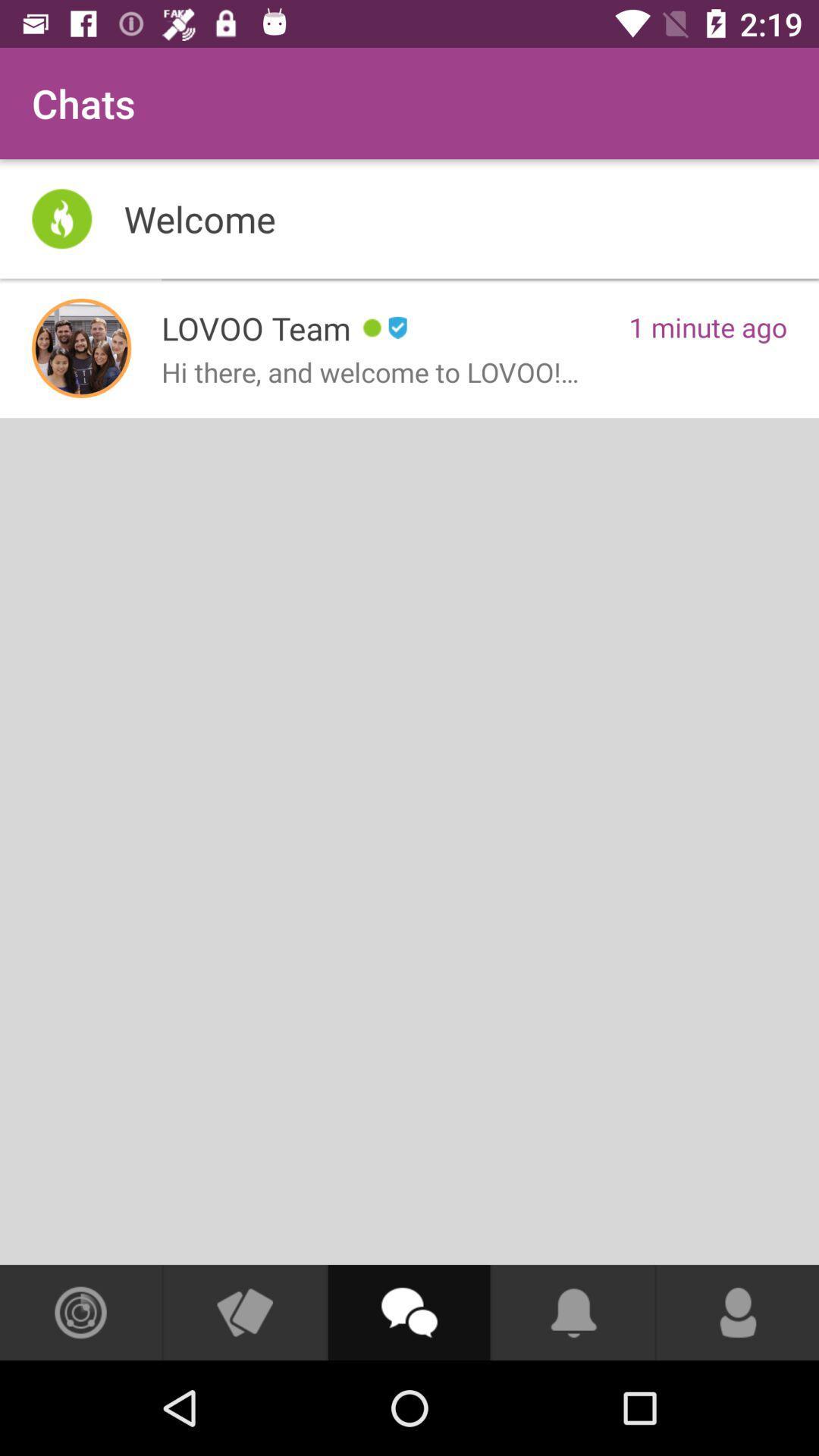 Image resolution: width=819 pixels, height=1456 pixels. What do you see at coordinates (81, 347) in the screenshot?
I see `profile` at bounding box center [81, 347].